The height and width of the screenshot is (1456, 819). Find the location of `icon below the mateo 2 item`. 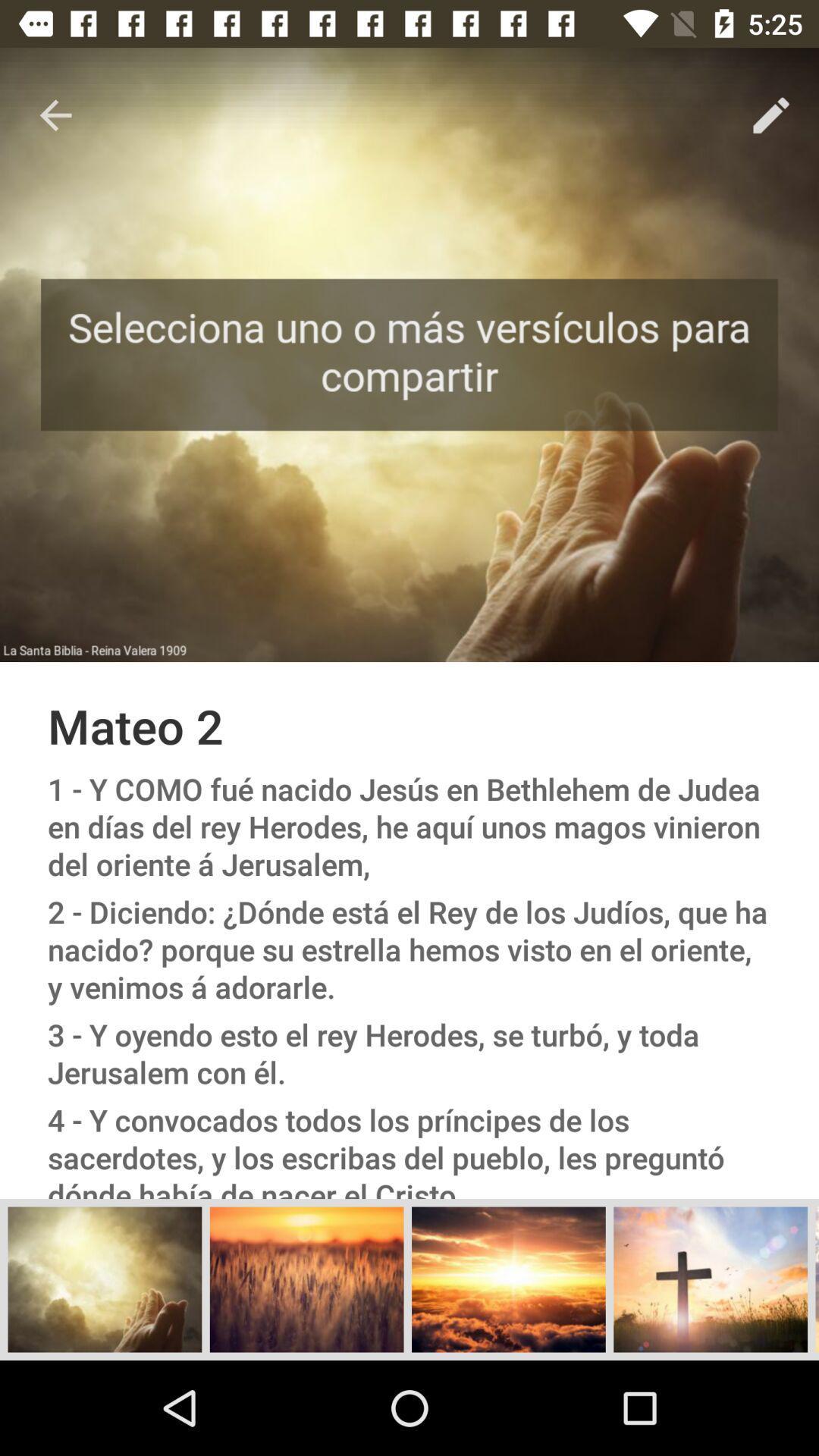

icon below the mateo 2 item is located at coordinates (409, 826).